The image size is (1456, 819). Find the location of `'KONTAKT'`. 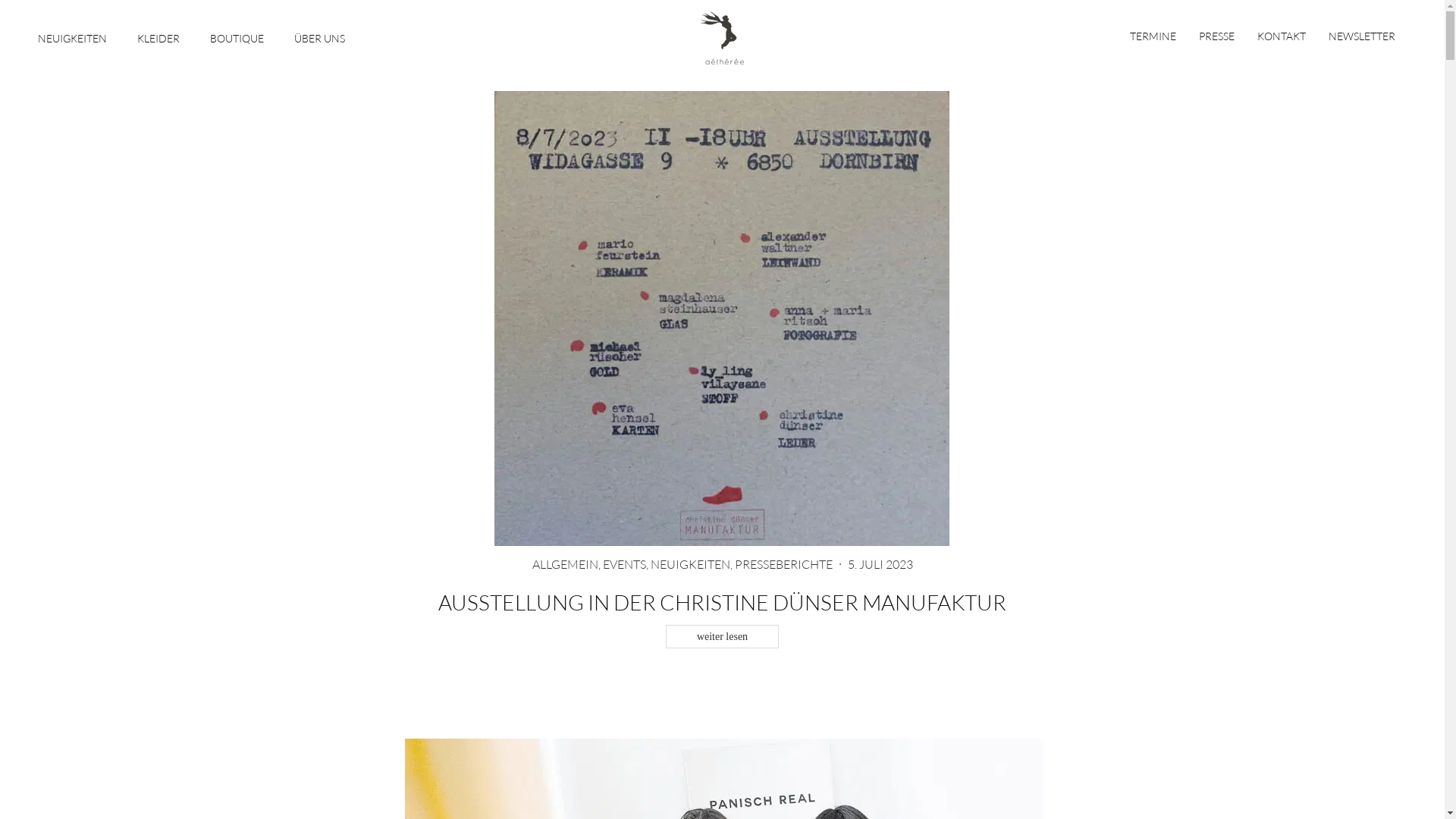

'KONTAKT' is located at coordinates (1280, 35).